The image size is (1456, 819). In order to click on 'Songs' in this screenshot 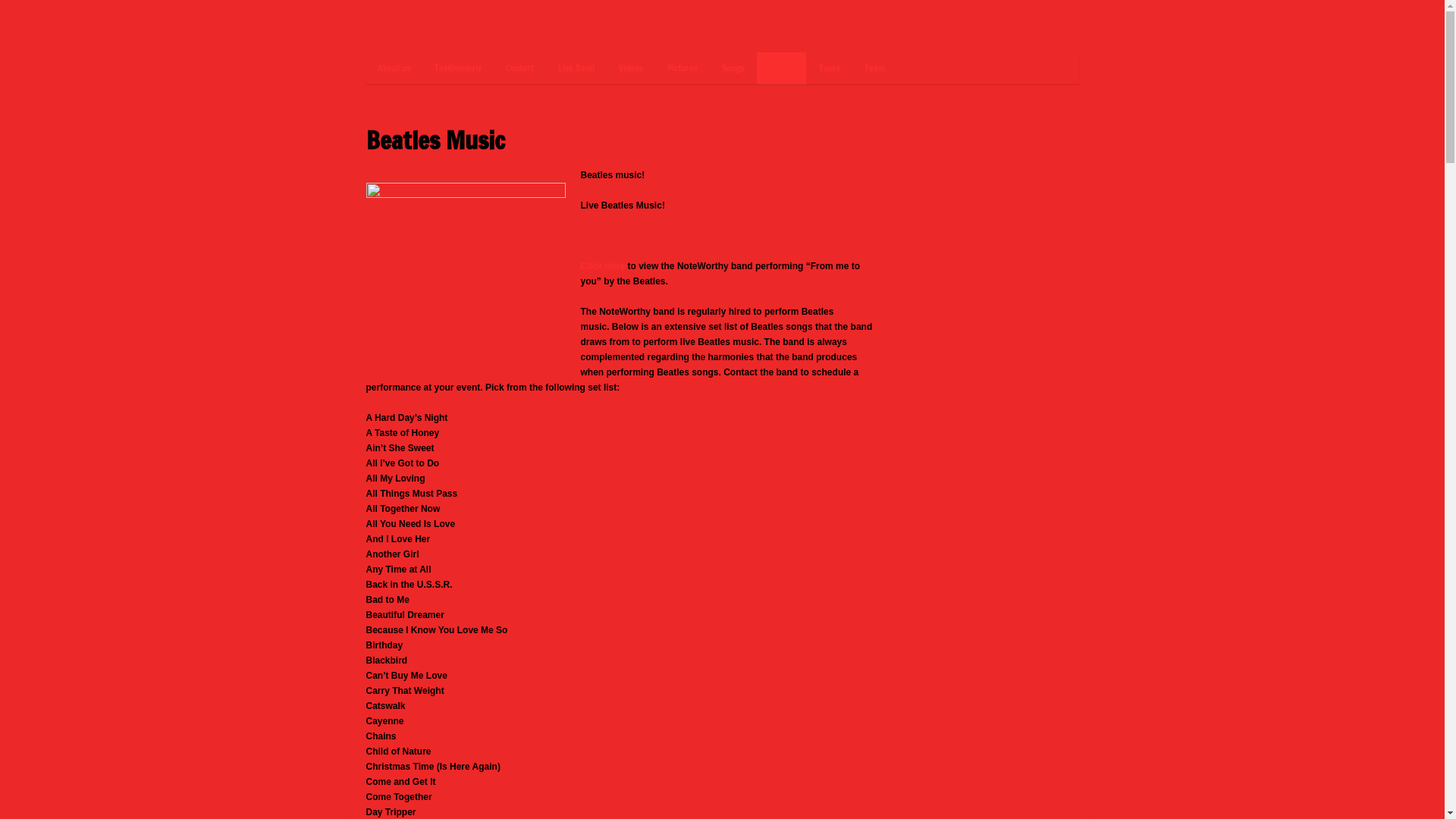, I will do `click(709, 67)`.